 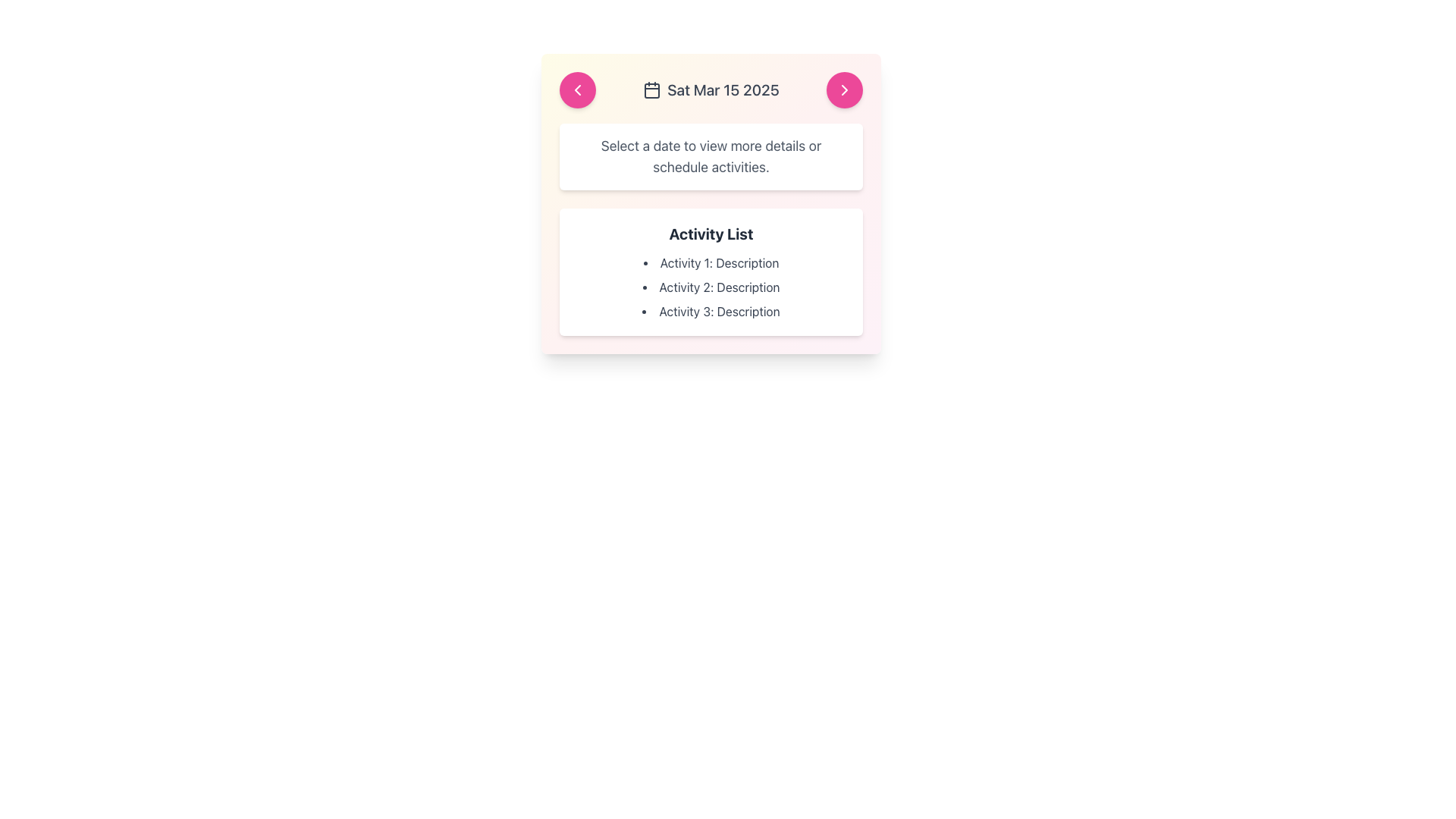 I want to click on the navigation button located at the top right of the card interface to move forward in the sequential view or calendar, so click(x=843, y=90).